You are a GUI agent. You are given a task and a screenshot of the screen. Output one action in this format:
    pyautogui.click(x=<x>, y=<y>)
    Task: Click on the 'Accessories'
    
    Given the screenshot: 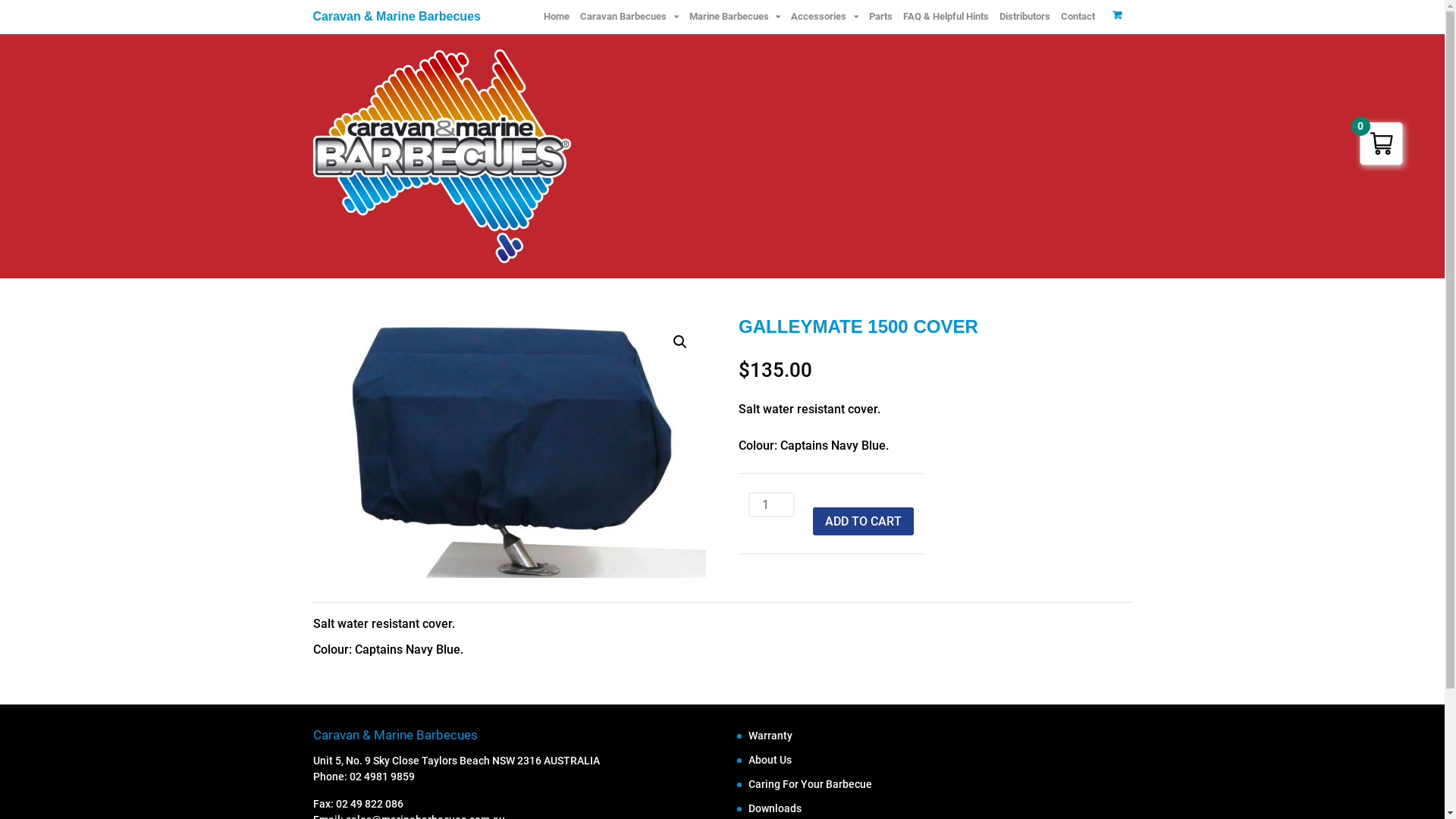 What is the action you would take?
    pyautogui.click(x=823, y=17)
    